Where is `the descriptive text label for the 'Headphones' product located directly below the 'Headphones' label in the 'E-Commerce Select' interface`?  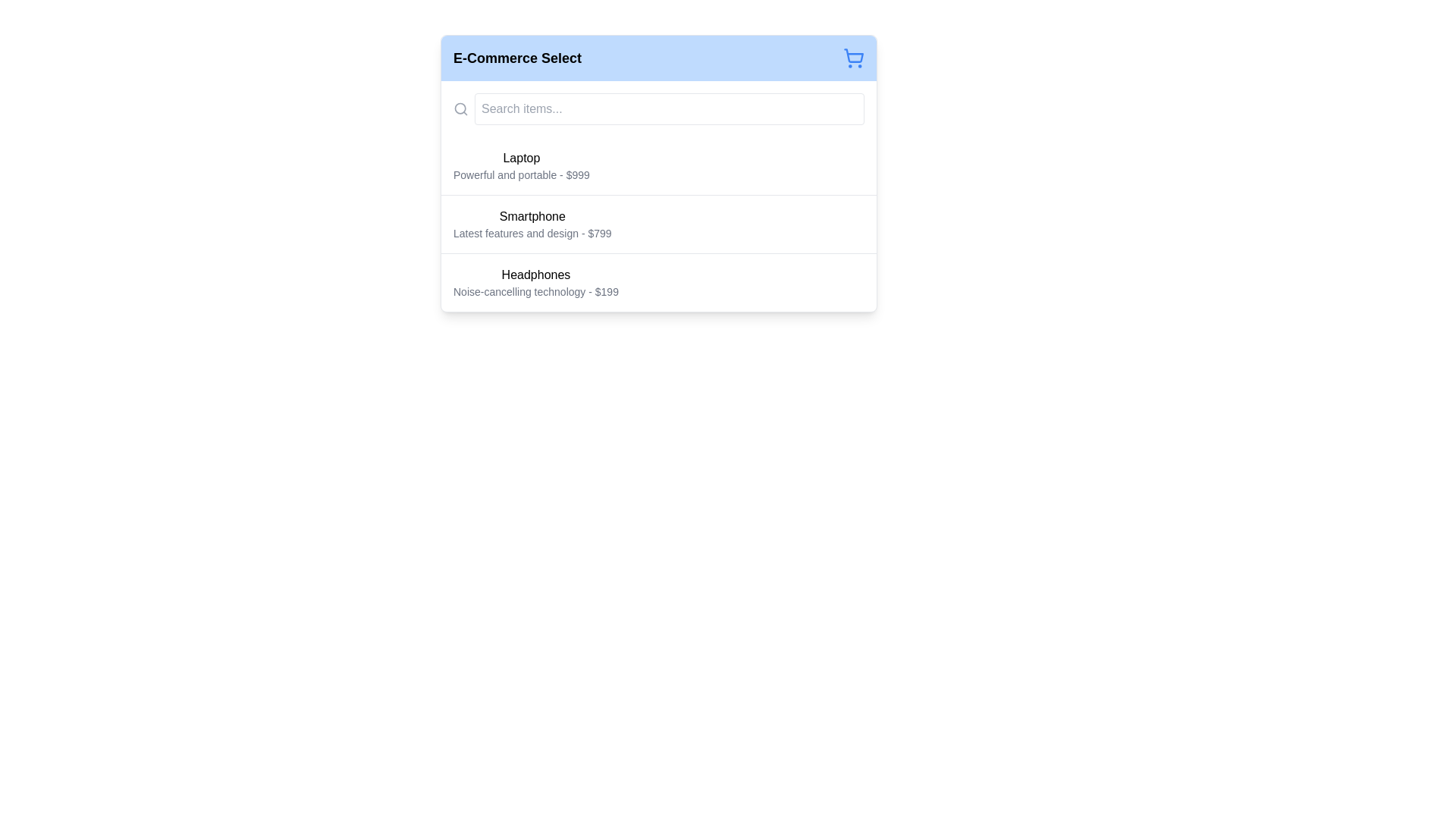
the descriptive text label for the 'Headphones' product located directly below the 'Headphones' label in the 'E-Commerce Select' interface is located at coordinates (535, 292).